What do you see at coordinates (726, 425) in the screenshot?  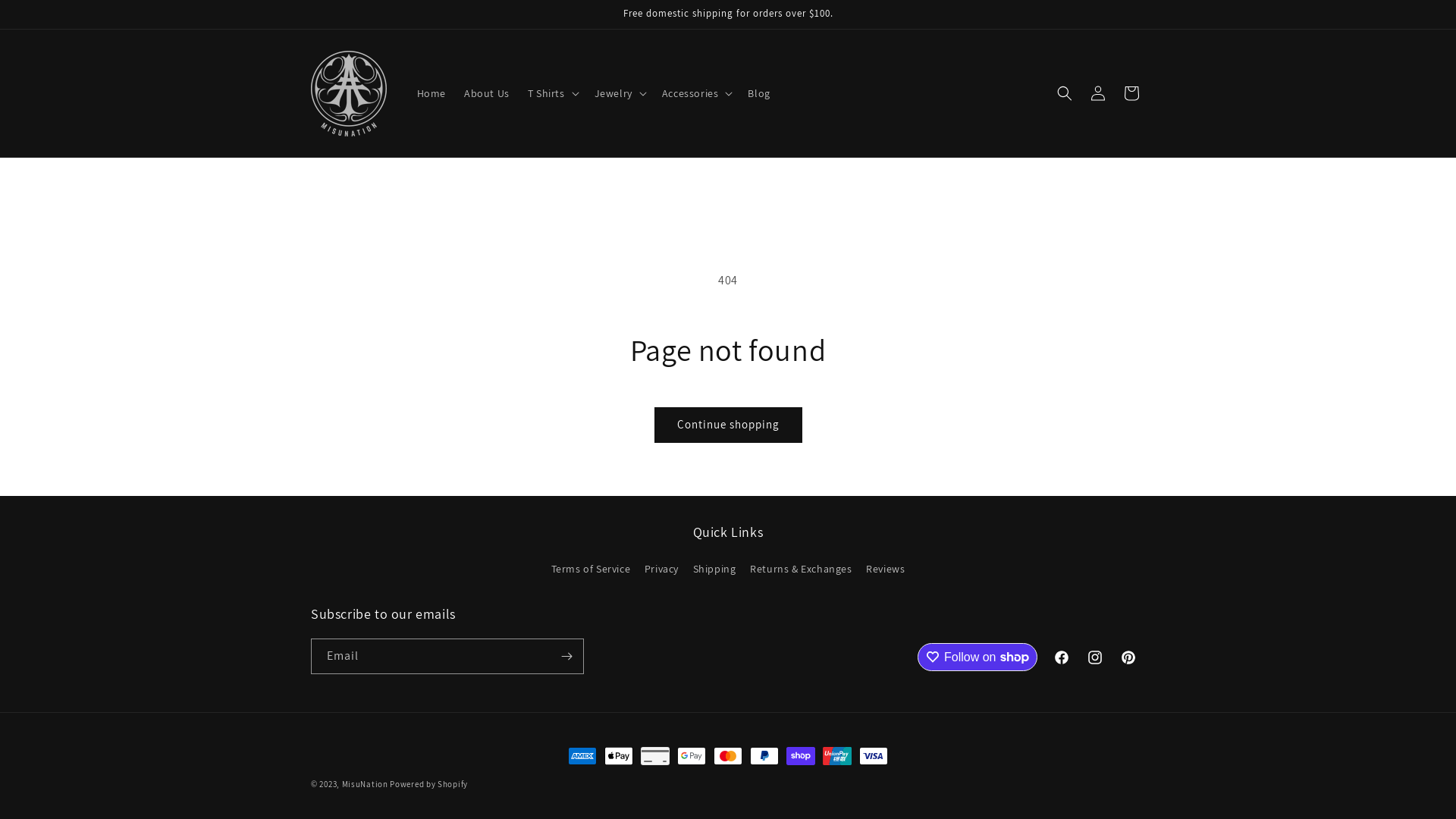 I see `'Continue shopping'` at bounding box center [726, 425].